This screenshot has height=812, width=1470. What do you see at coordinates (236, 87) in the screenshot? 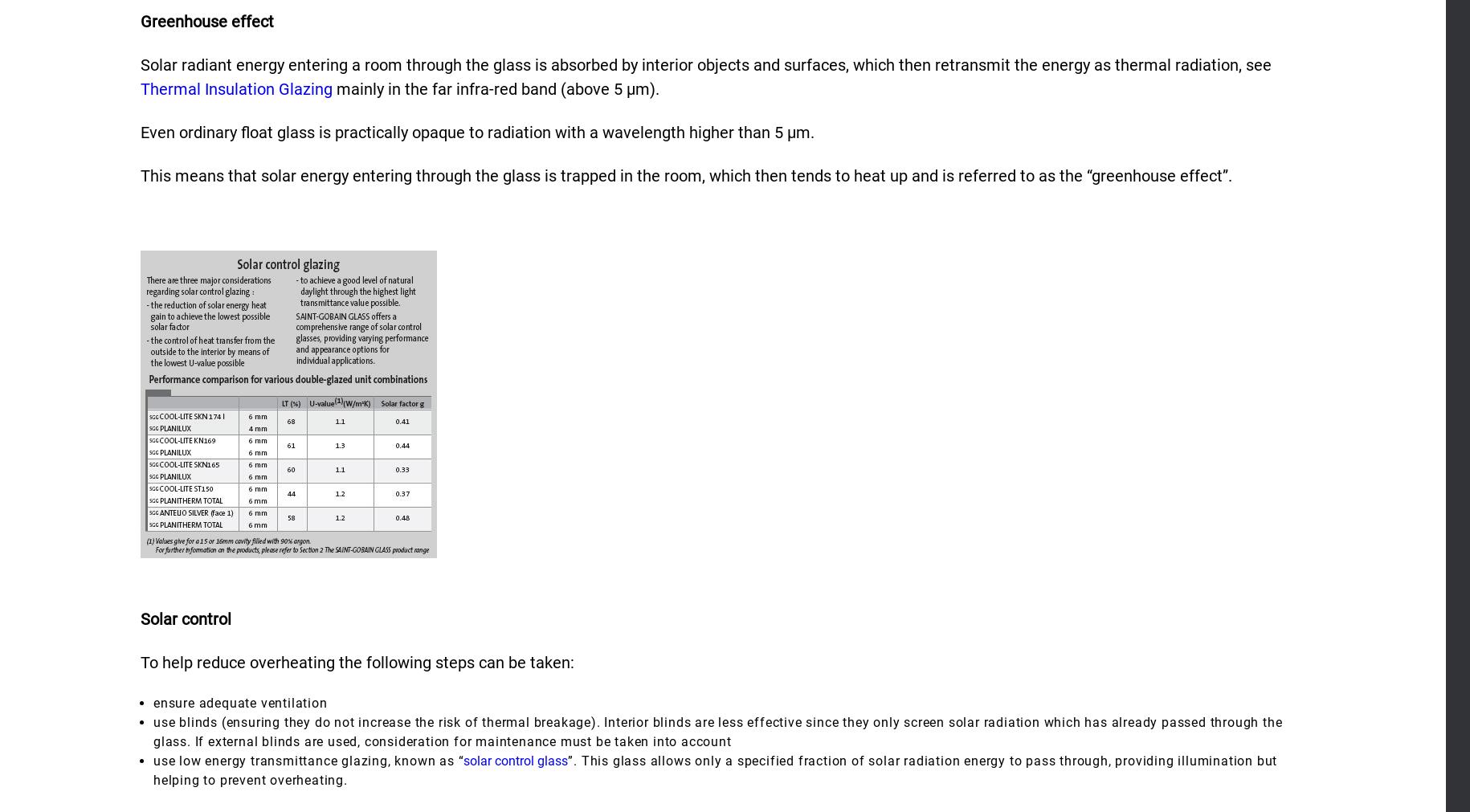
I see `'Thermal Insulation Glazing'` at bounding box center [236, 87].